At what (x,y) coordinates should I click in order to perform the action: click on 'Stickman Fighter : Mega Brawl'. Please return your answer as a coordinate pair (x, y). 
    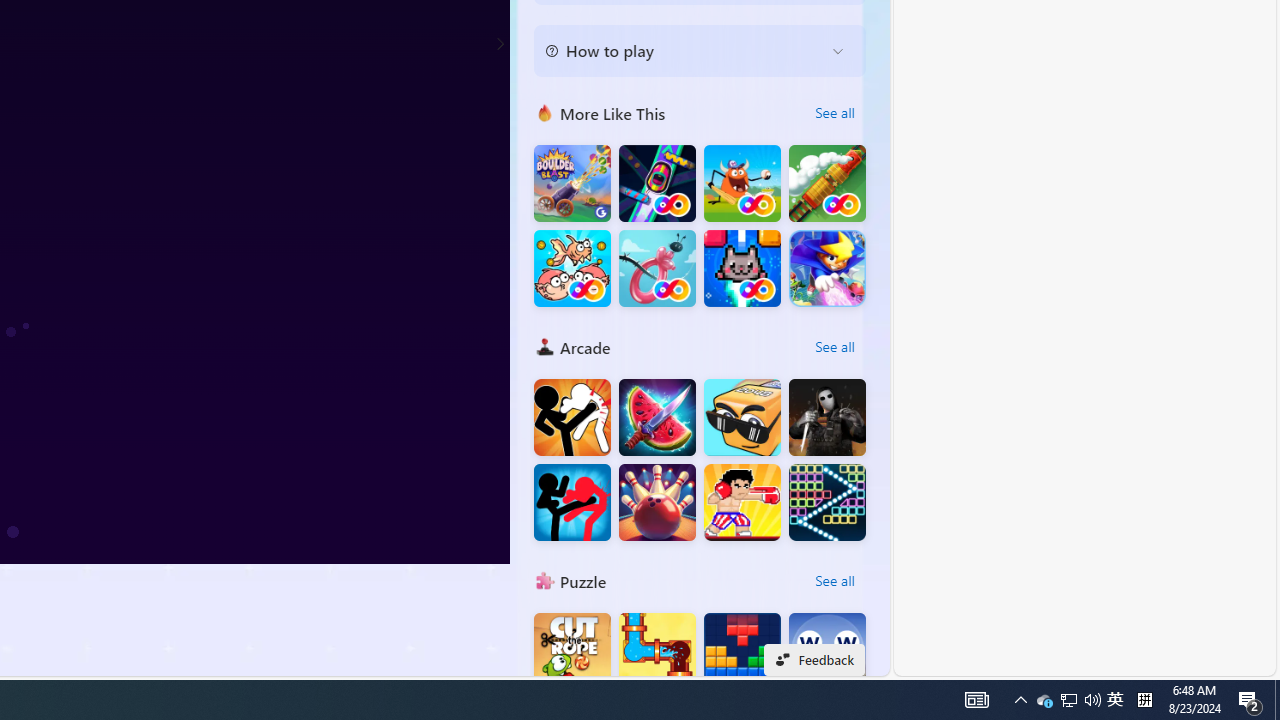
    Looking at the image, I should click on (571, 416).